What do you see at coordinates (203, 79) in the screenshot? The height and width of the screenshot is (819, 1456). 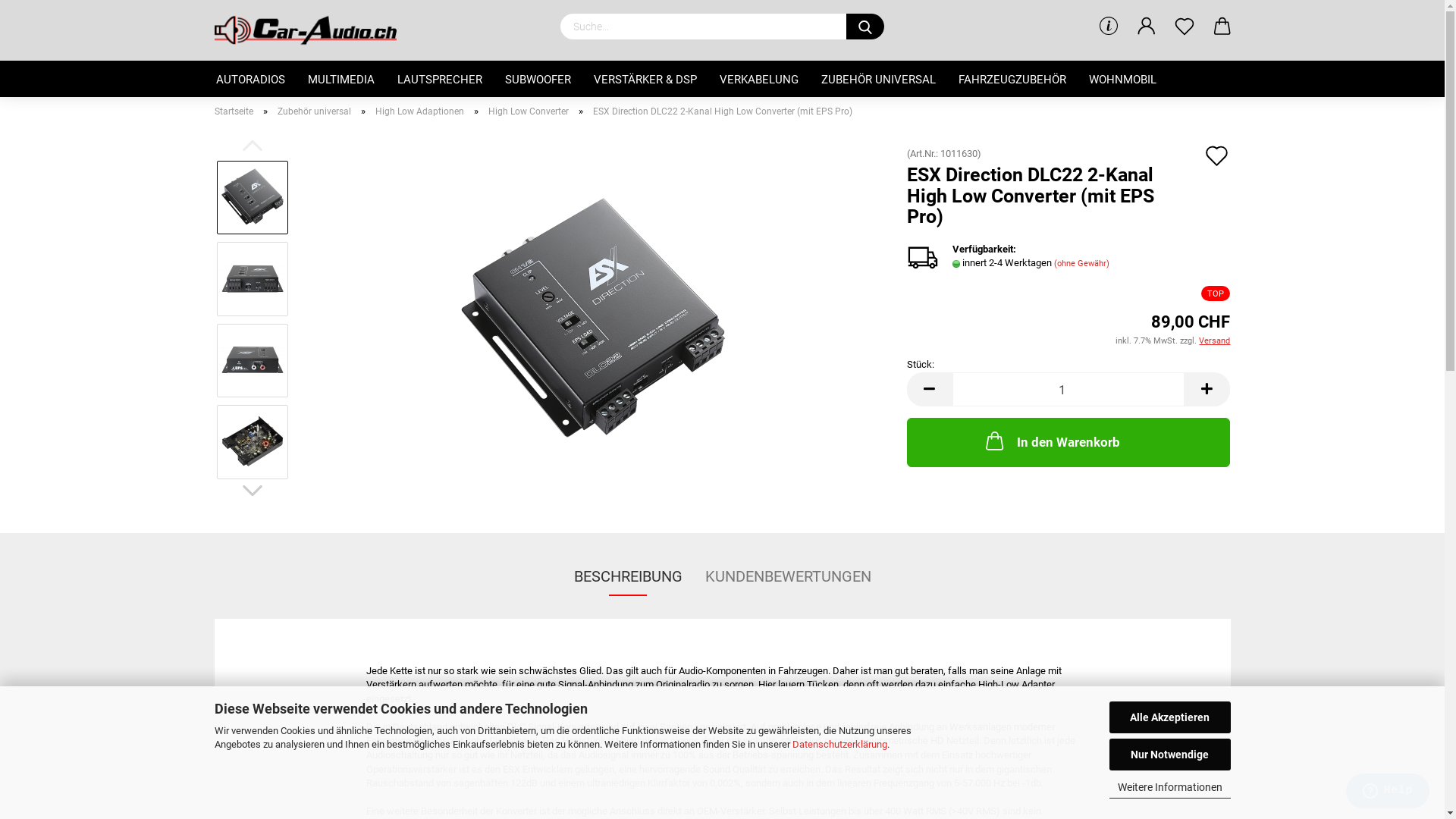 I see `'AUTORADIOS'` at bounding box center [203, 79].